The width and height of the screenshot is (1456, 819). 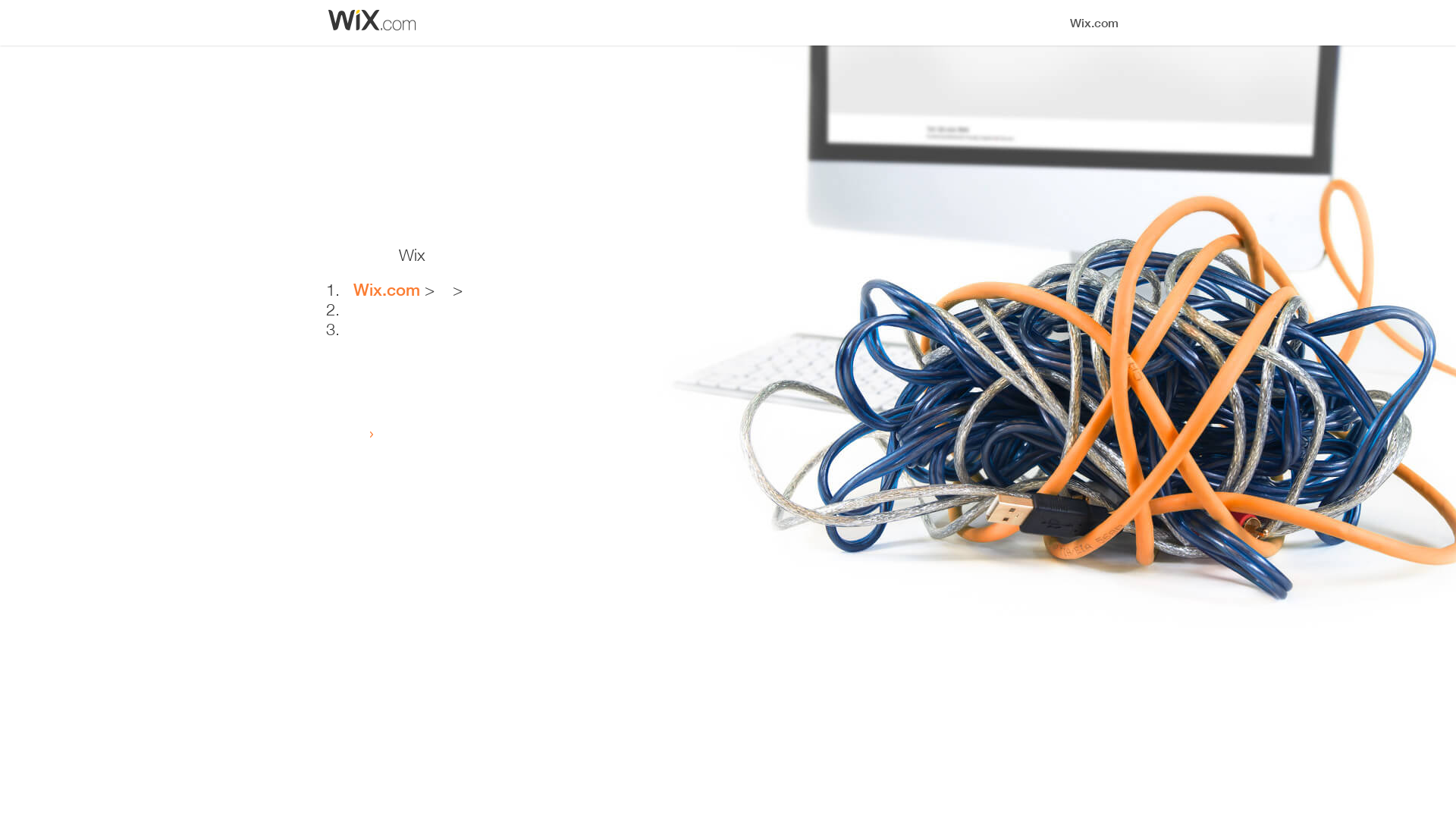 What do you see at coordinates (386, 289) in the screenshot?
I see `'Wix.com'` at bounding box center [386, 289].